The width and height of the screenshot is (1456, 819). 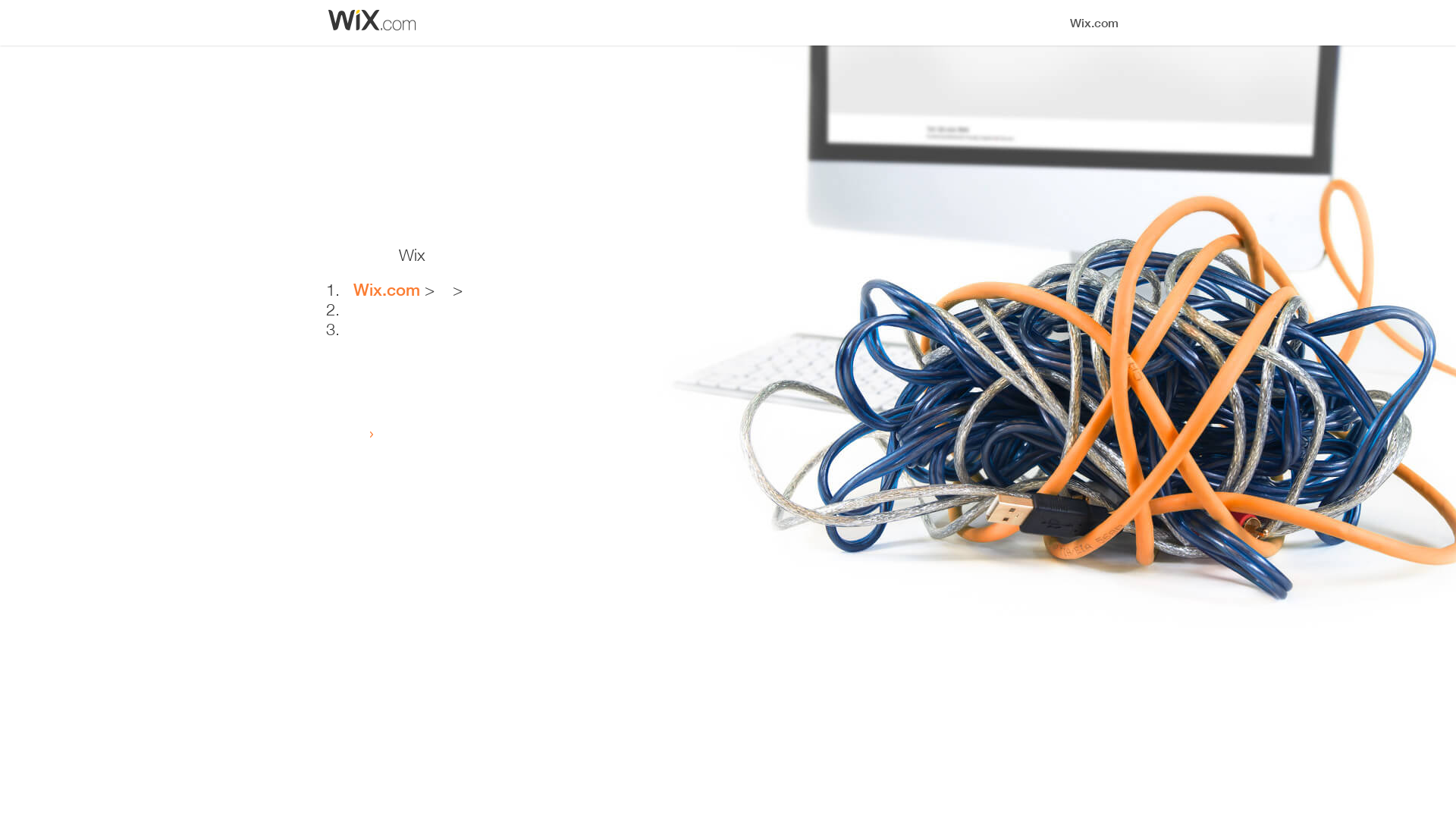 What do you see at coordinates (386, 289) in the screenshot?
I see `'Wix.com'` at bounding box center [386, 289].